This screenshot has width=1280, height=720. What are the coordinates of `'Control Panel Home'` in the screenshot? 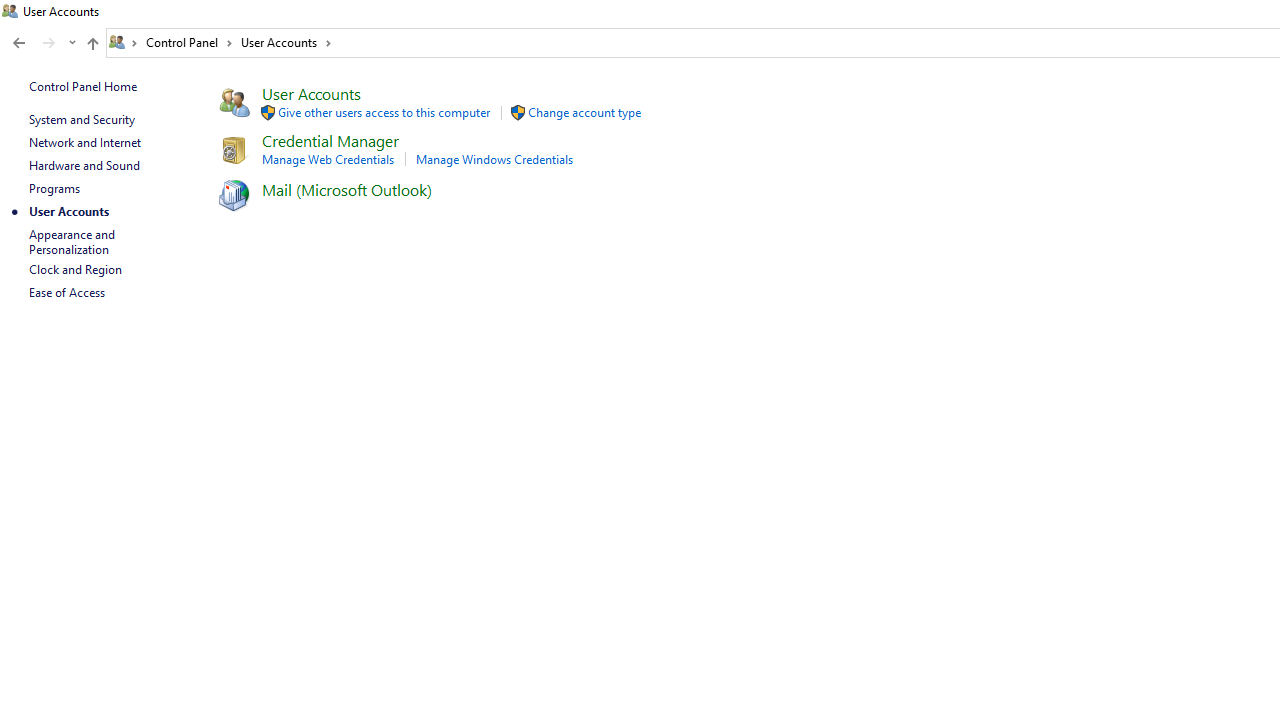 It's located at (82, 85).